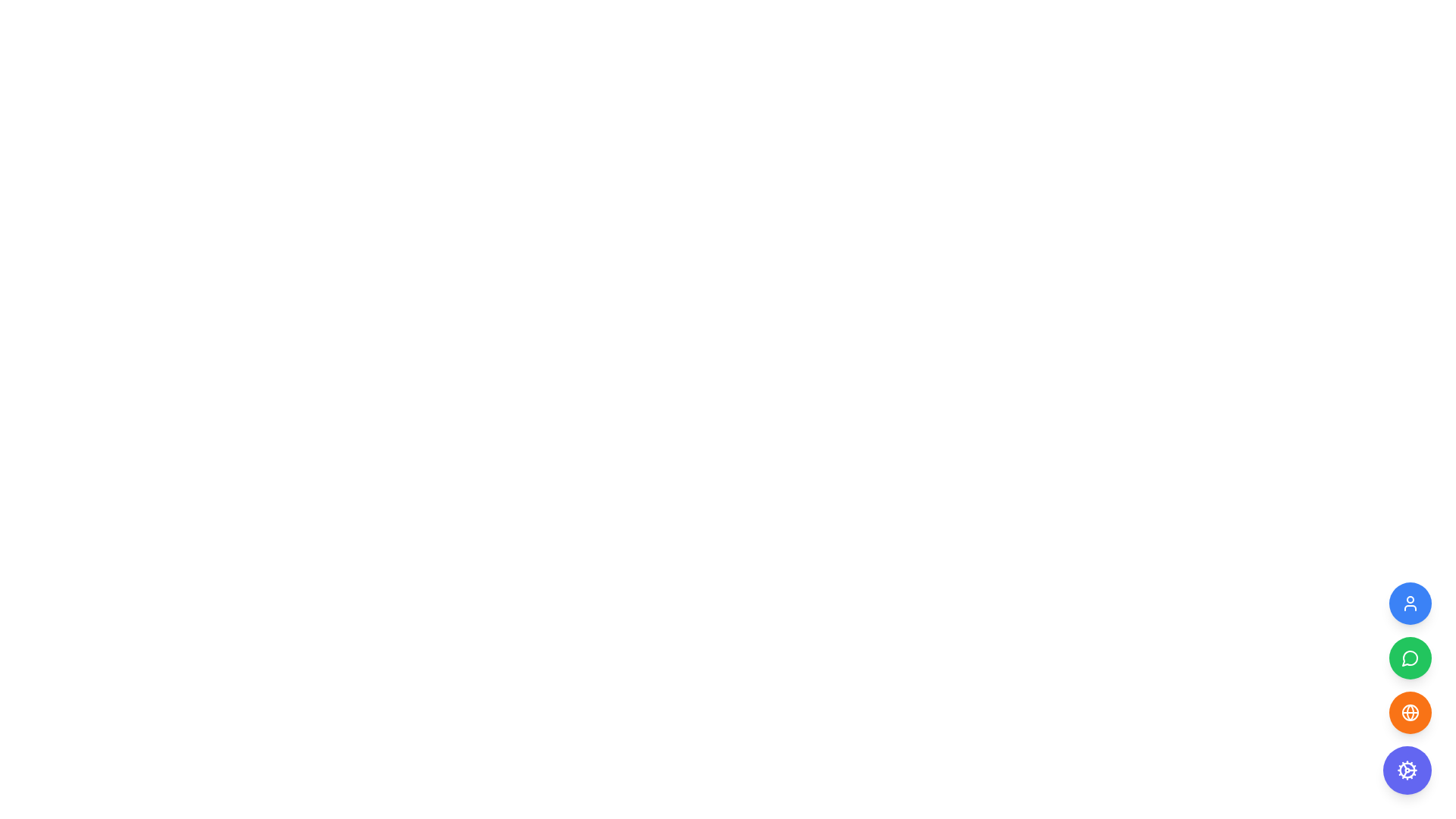 The height and width of the screenshot is (819, 1456). What do you see at coordinates (1410, 713) in the screenshot?
I see `the small circular orange button with a white globe icon located in the vertical toolbar on the far right side of the interface` at bounding box center [1410, 713].